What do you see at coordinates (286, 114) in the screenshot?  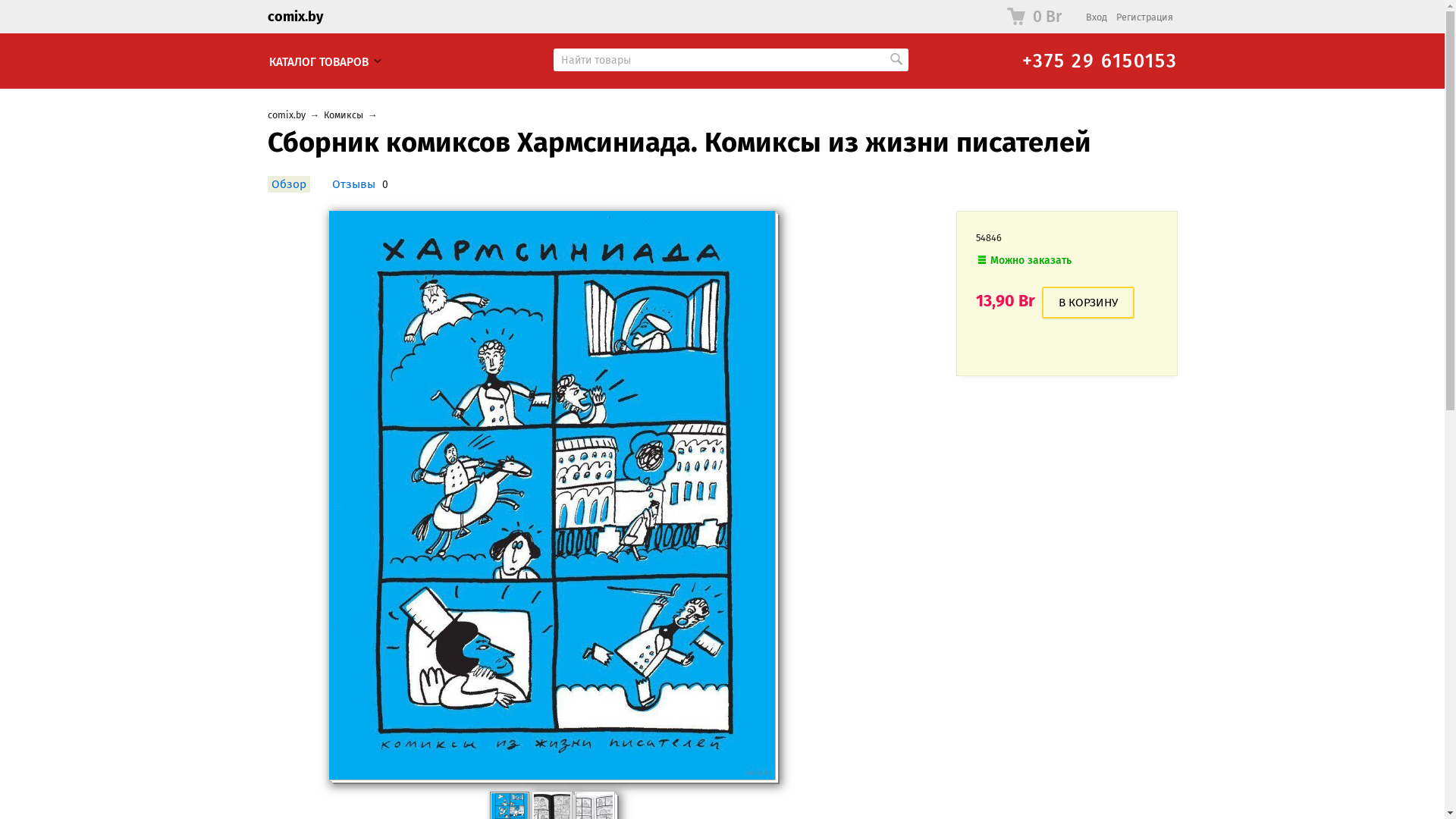 I see `'comix.by'` at bounding box center [286, 114].